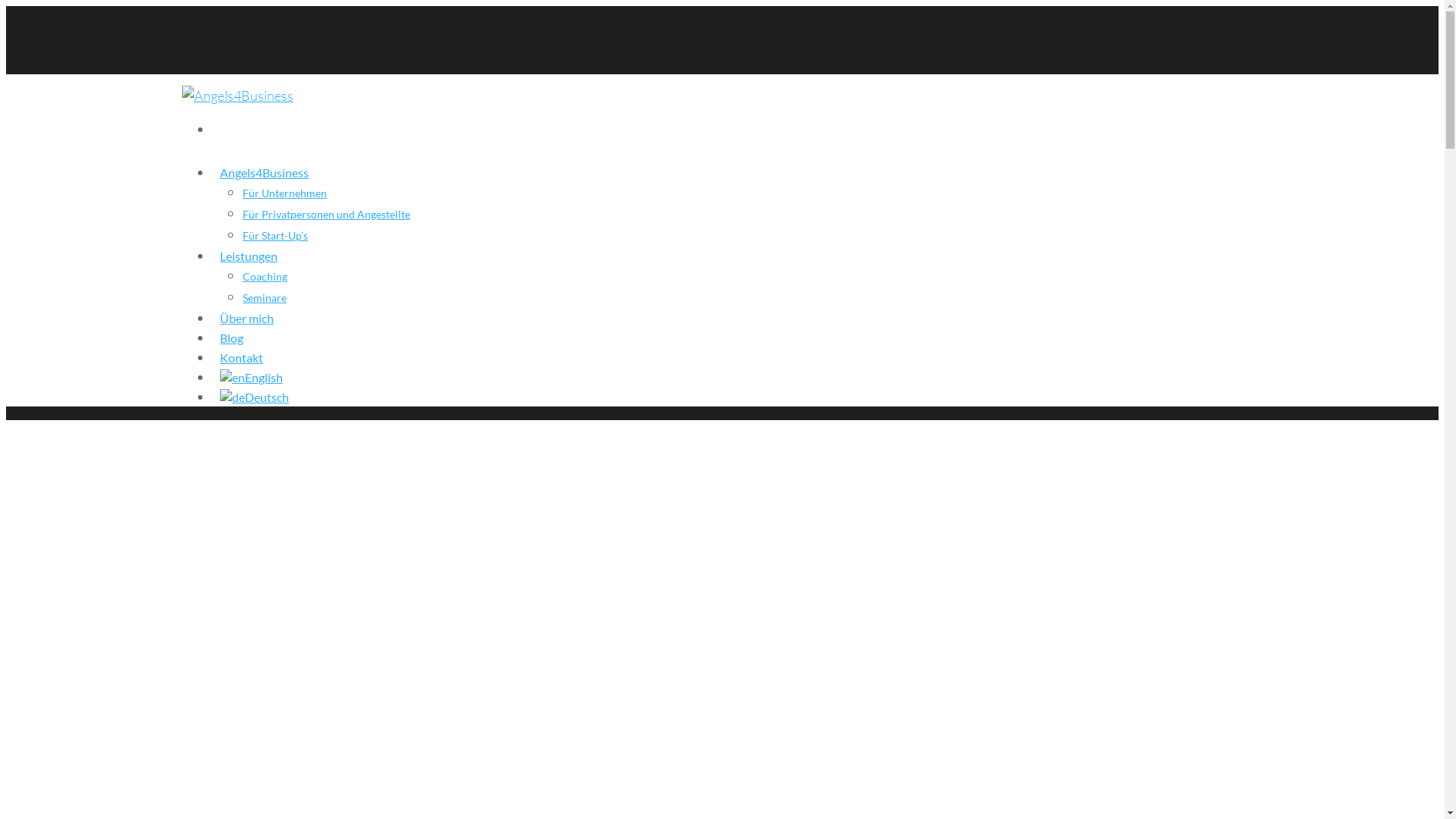 The image size is (1456, 819). I want to click on 'Deutsch', so click(231, 397).